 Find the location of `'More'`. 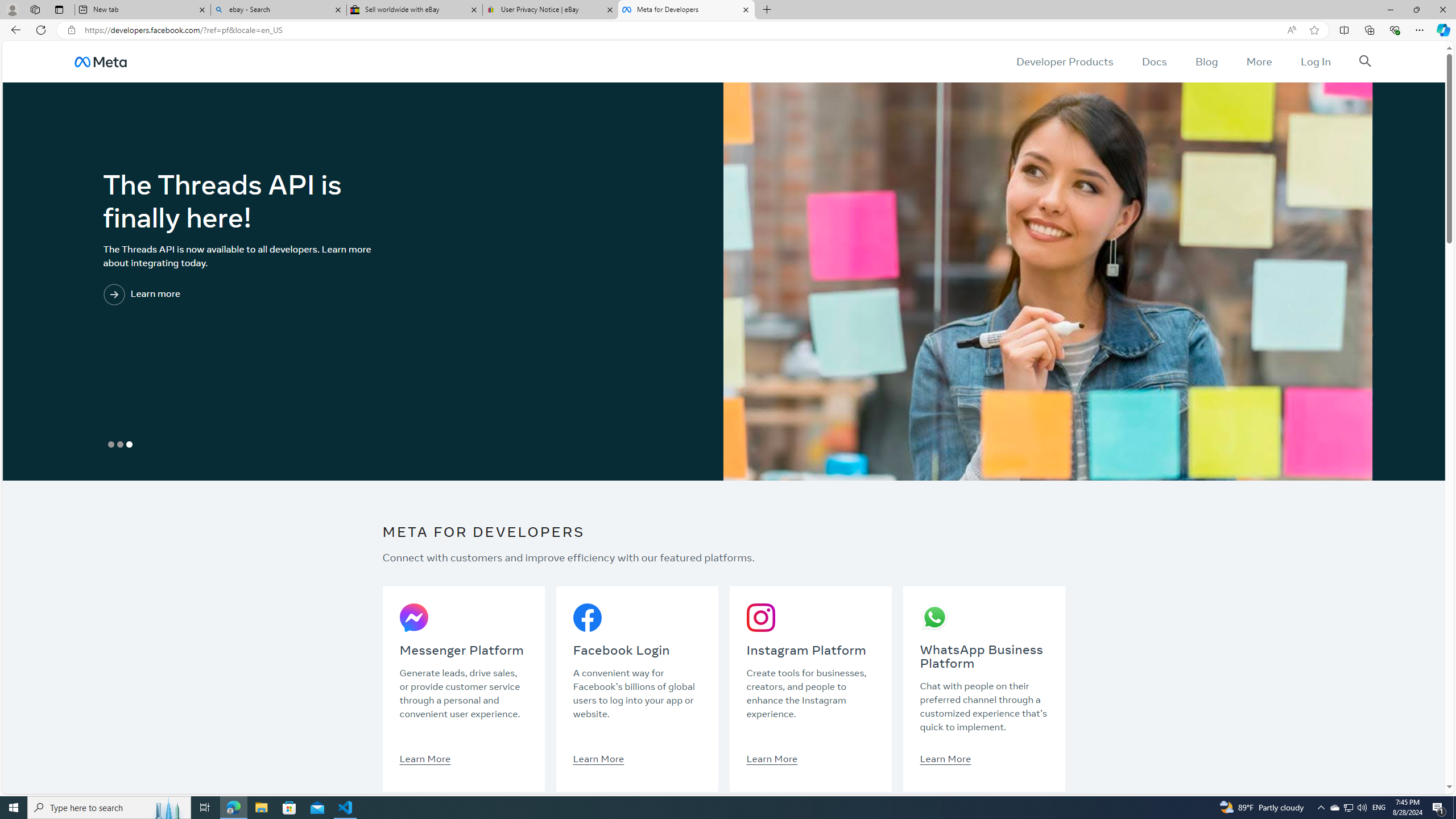

'More' is located at coordinates (1259, 61).